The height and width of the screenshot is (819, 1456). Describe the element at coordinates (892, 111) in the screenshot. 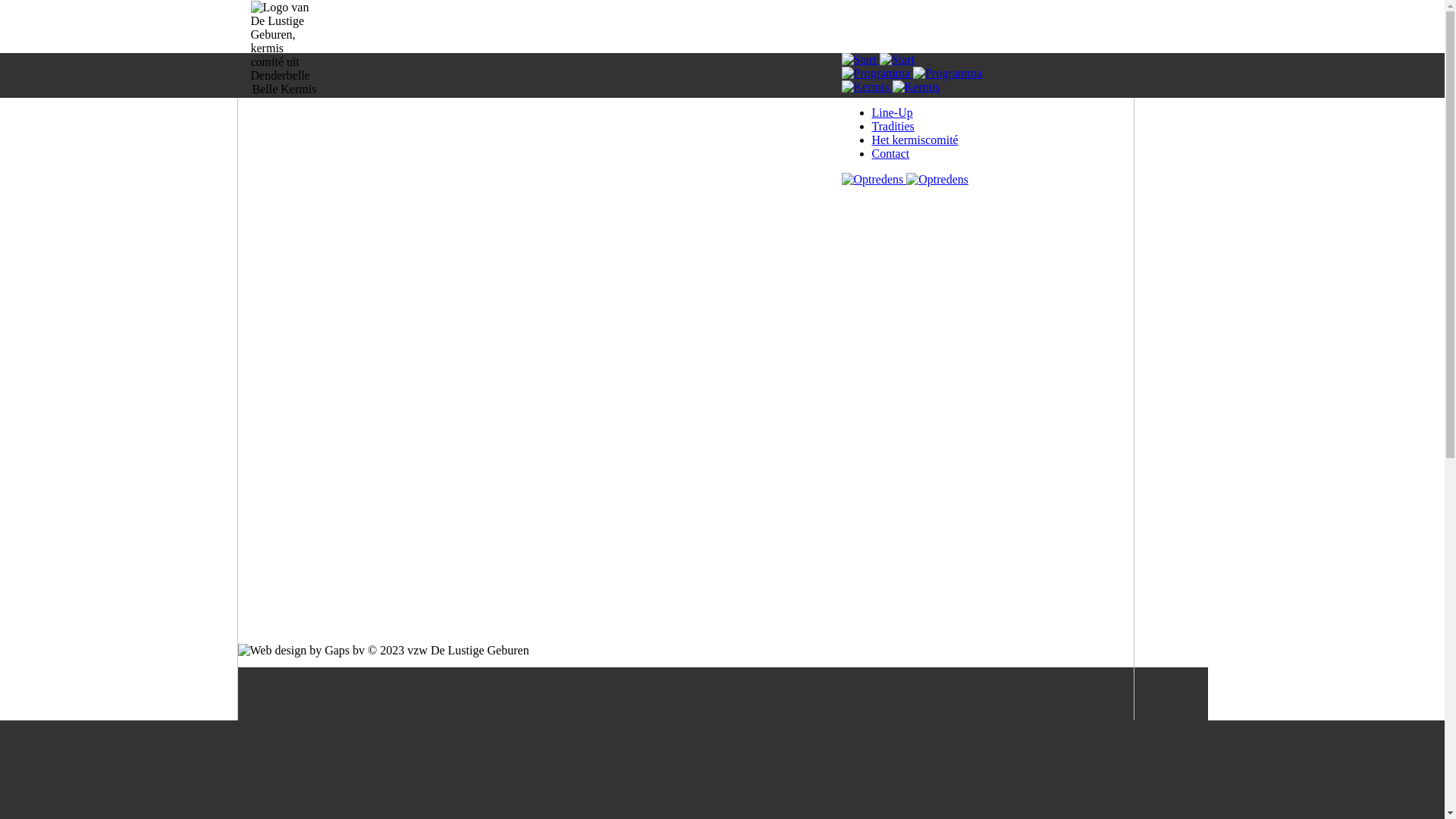

I see `'Line-Up'` at that location.